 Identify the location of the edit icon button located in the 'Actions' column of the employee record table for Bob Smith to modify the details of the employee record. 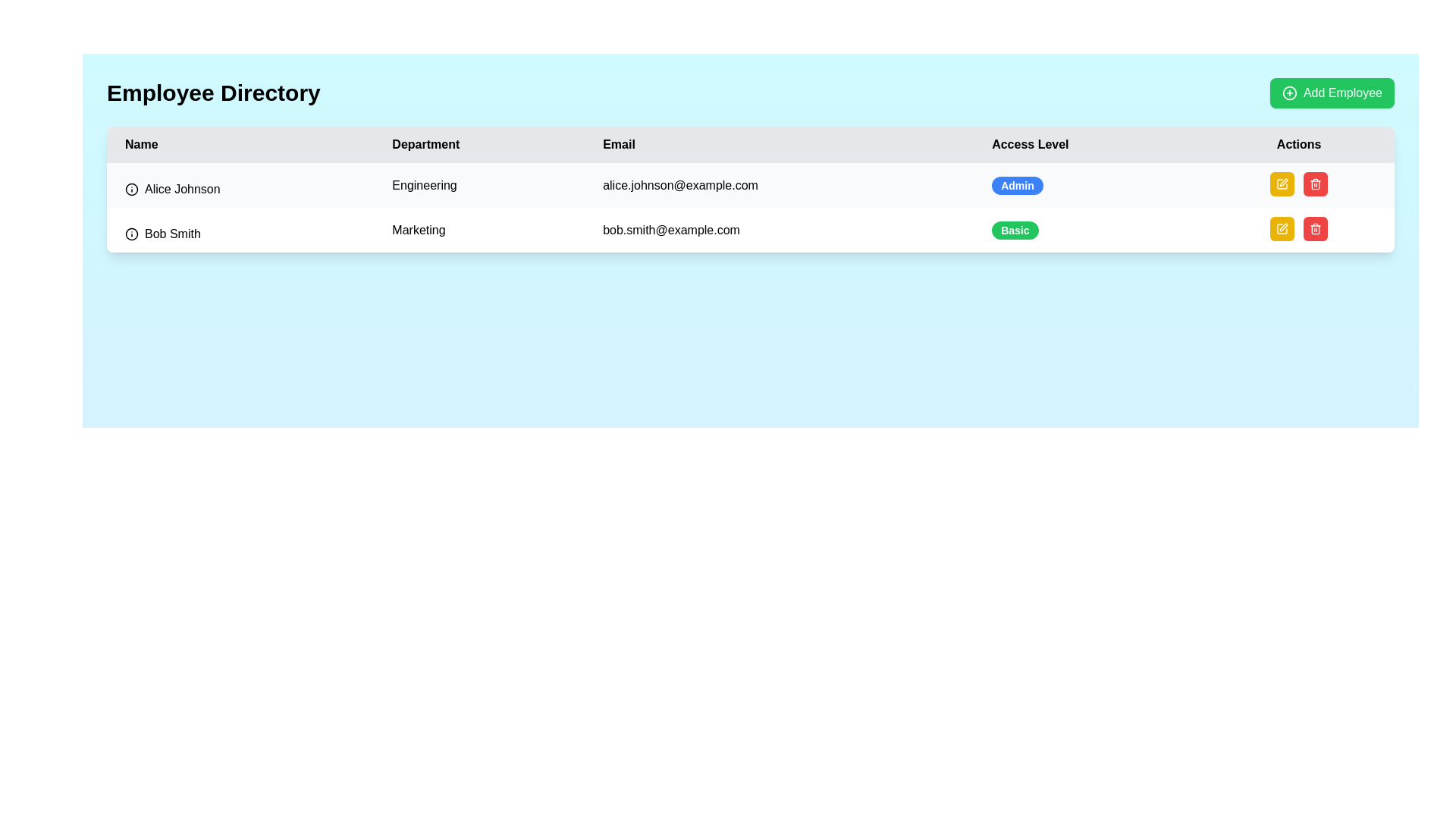
(1283, 181).